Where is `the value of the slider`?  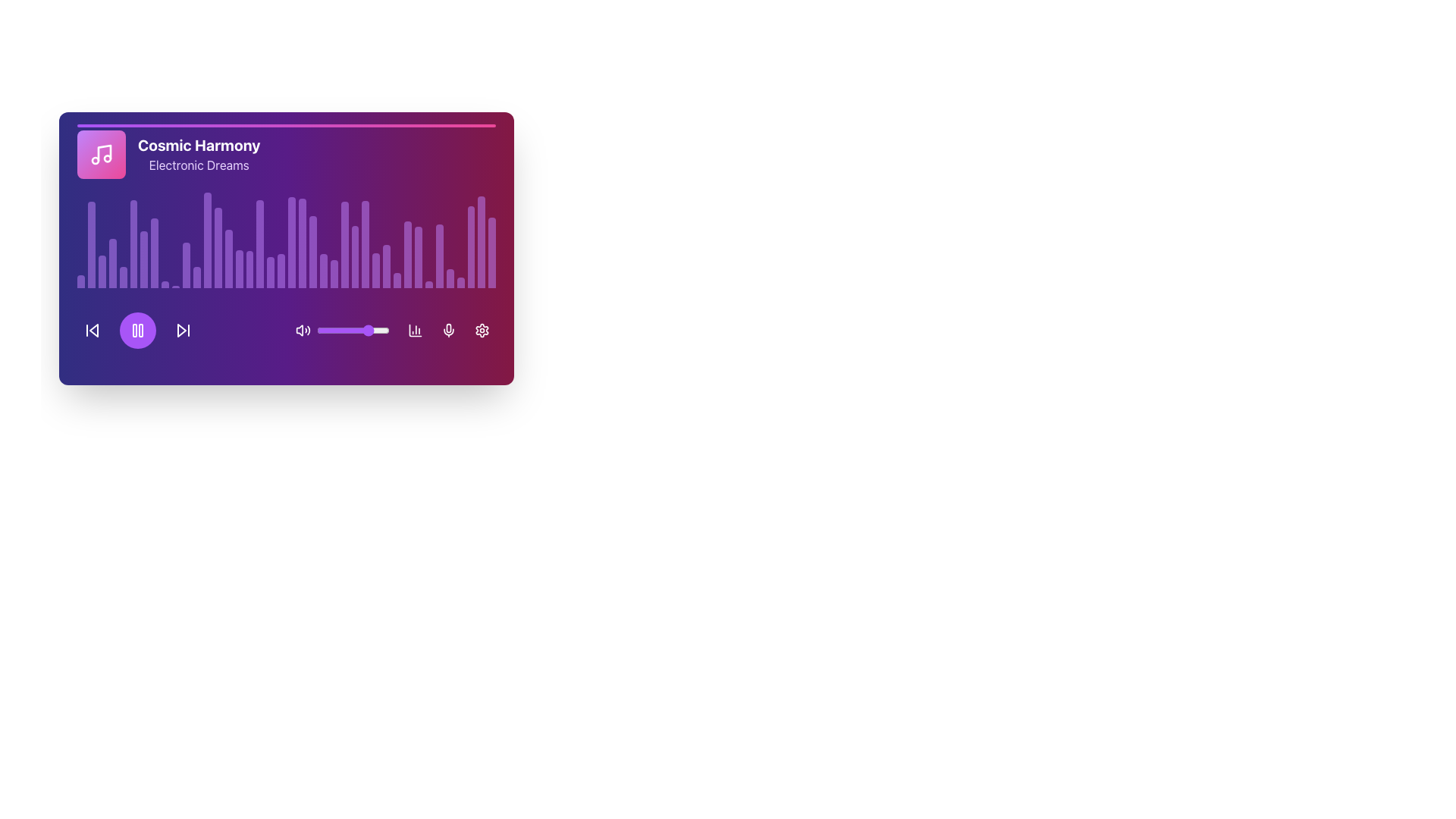
the value of the slider is located at coordinates (375, 329).